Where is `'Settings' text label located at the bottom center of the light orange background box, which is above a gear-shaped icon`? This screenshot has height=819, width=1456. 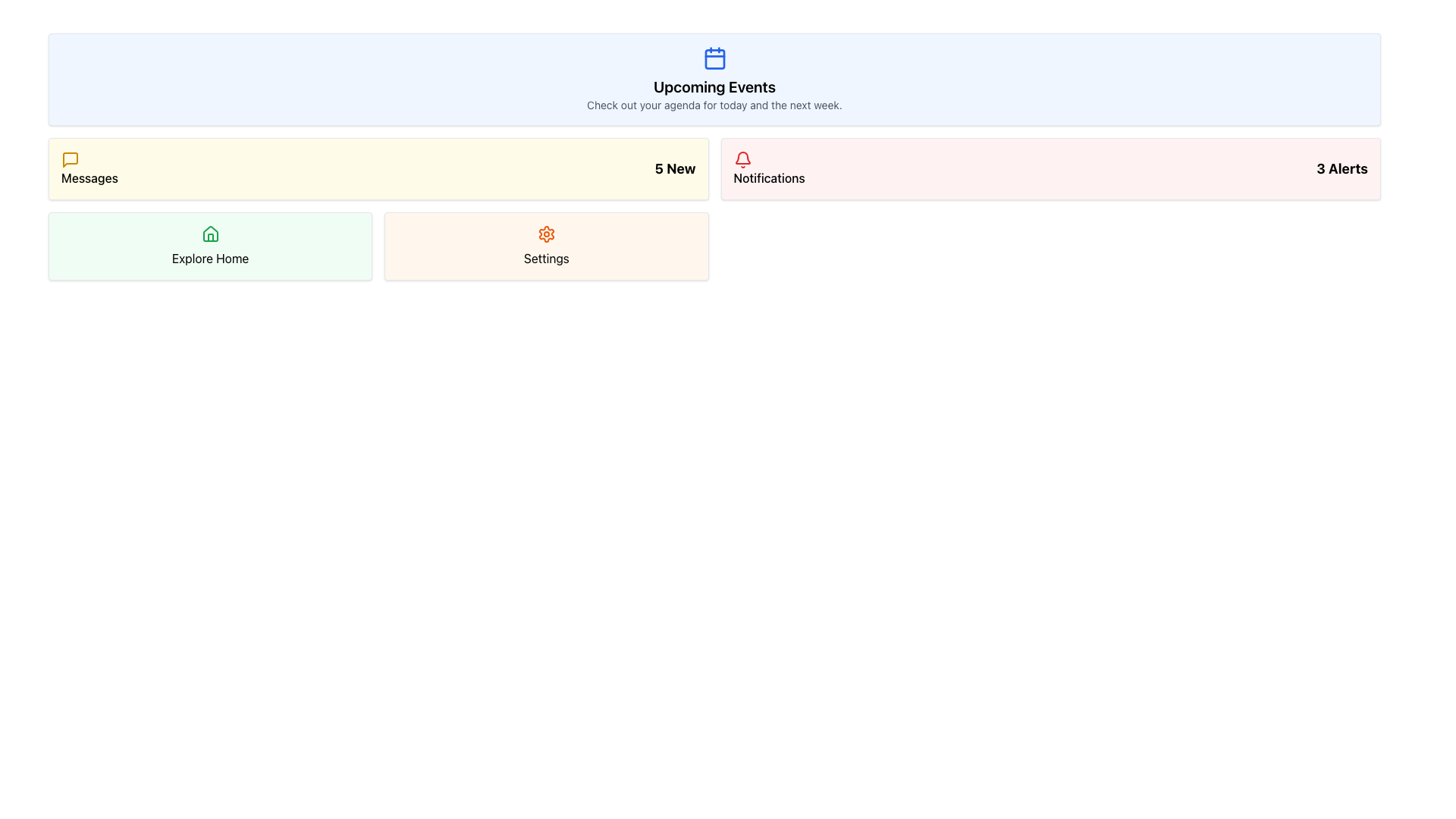 'Settings' text label located at the bottom center of the light orange background box, which is above a gear-shaped icon is located at coordinates (546, 257).